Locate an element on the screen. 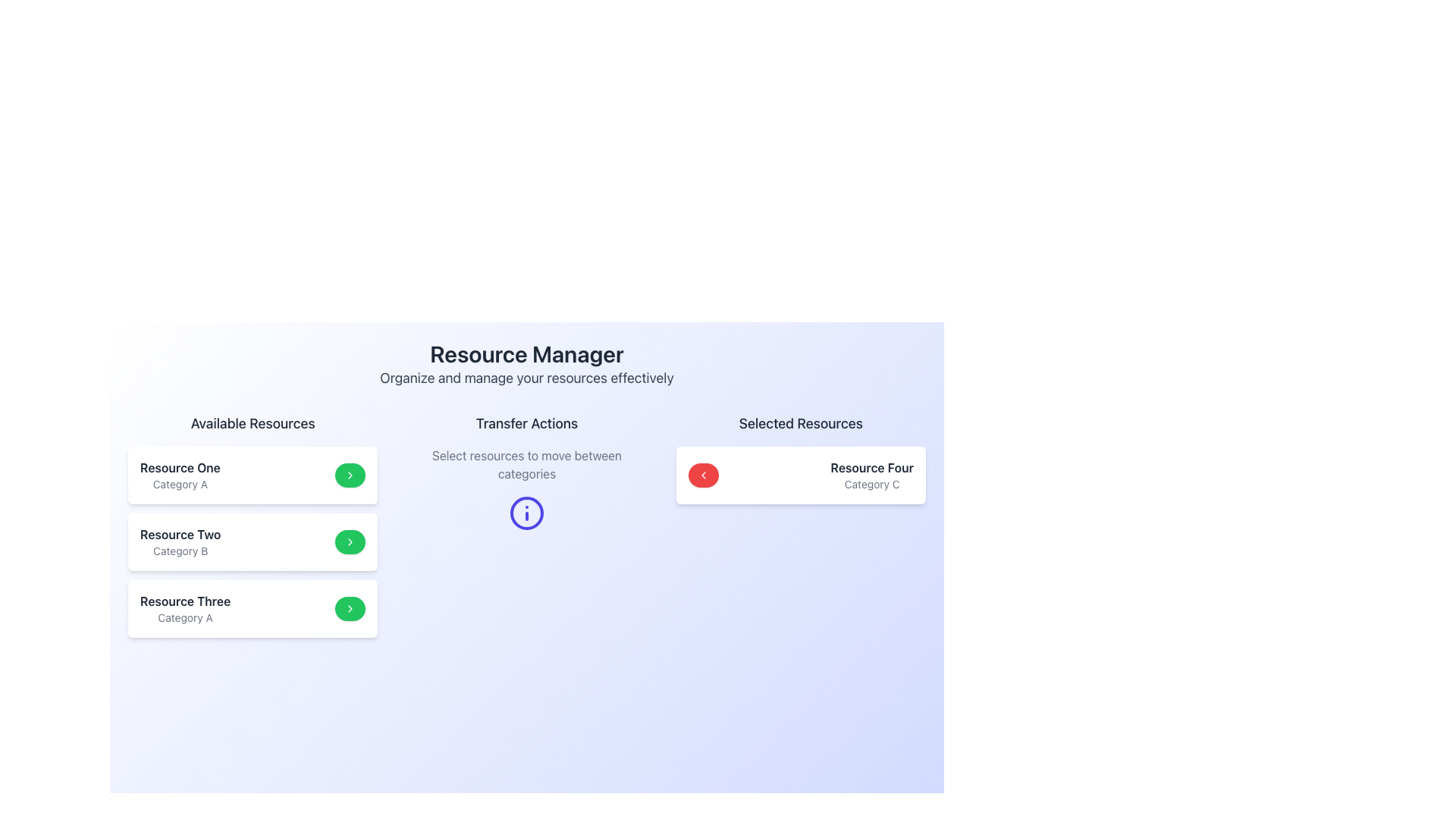 This screenshot has height=819, width=1456. the header text label that indicates the classification or group for other components, positioned above the 'Resource Four' entry is located at coordinates (800, 424).